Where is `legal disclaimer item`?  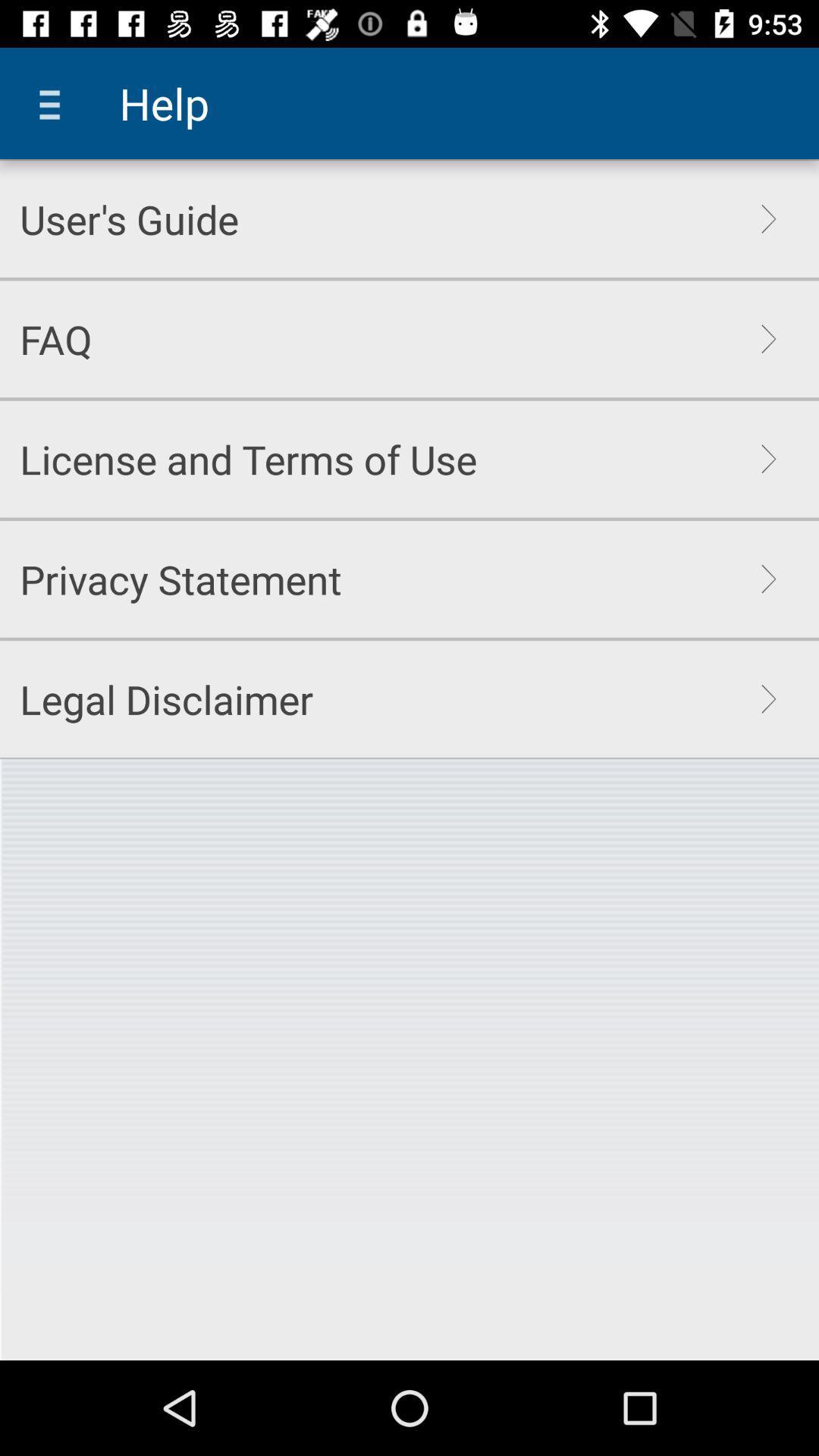 legal disclaimer item is located at coordinates (166, 698).